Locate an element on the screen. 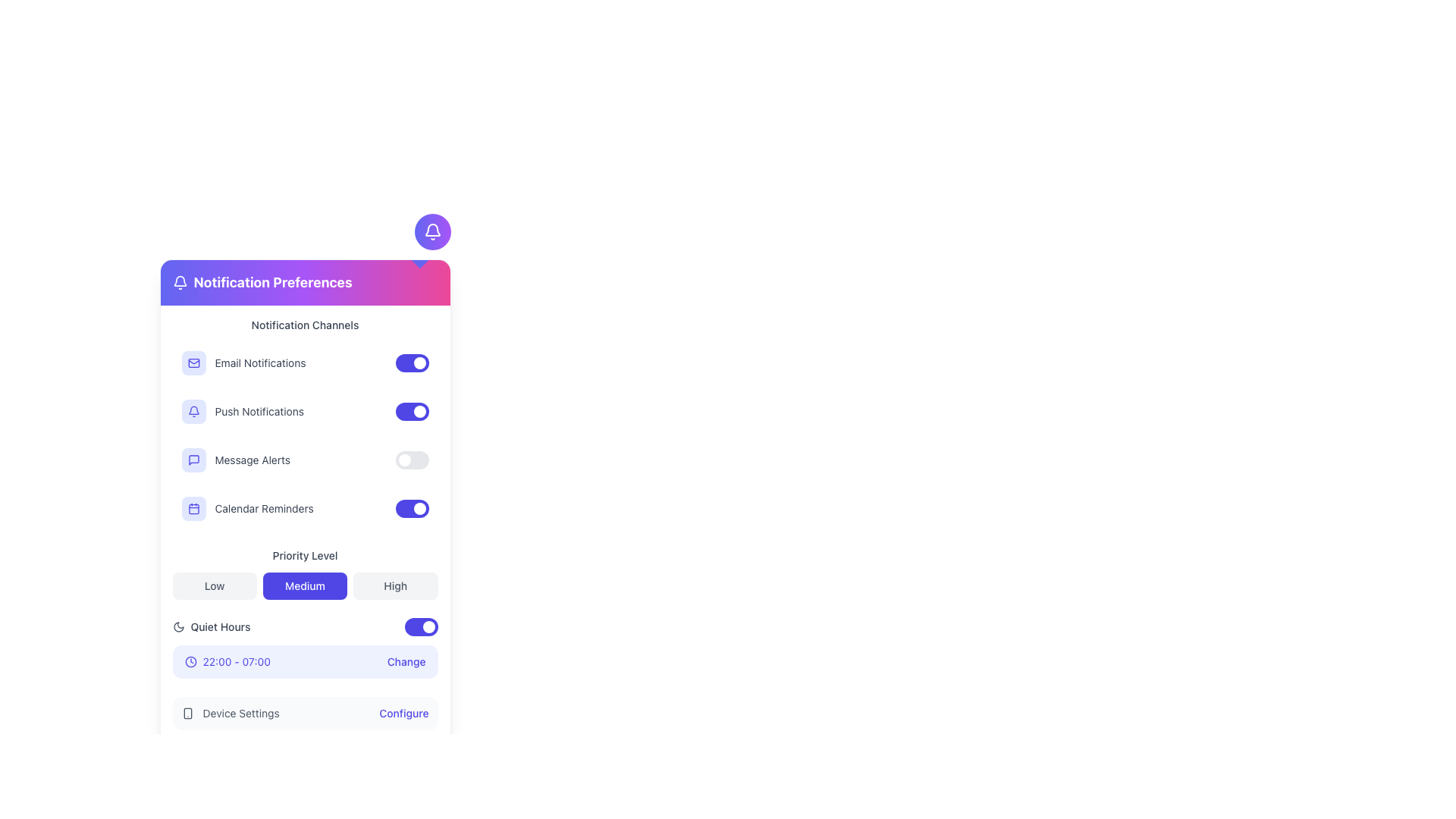 The height and width of the screenshot is (819, 1456). the 'Medium' button in the Button Group using the keyboard tab and select it using the enter key is located at coordinates (304, 585).